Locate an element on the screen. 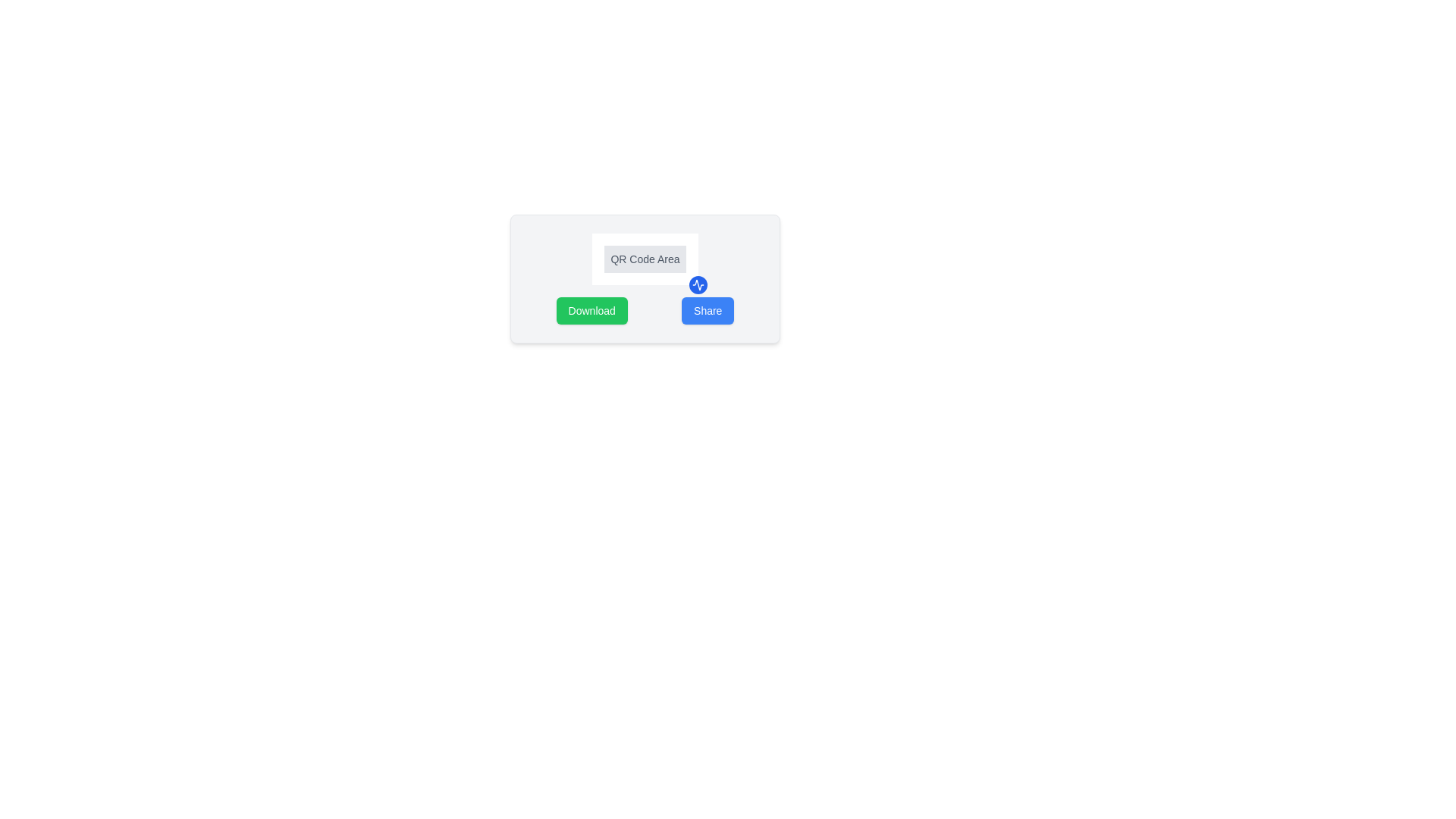  the white activity icon inside the blue button at the bottom right of the 'Share' button is located at coordinates (697, 284).